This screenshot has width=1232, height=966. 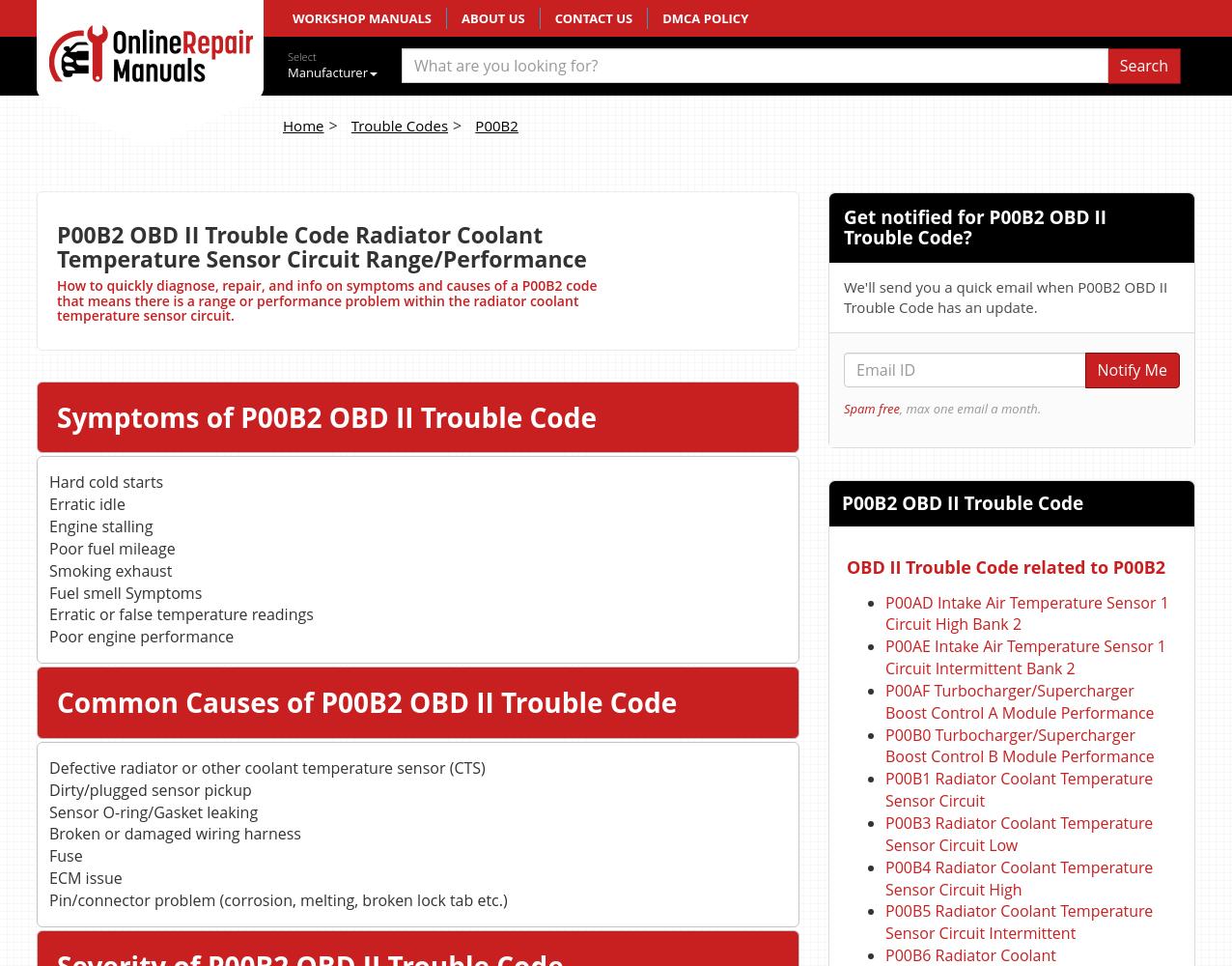 I want to click on 'Engine stalling', so click(x=99, y=526).